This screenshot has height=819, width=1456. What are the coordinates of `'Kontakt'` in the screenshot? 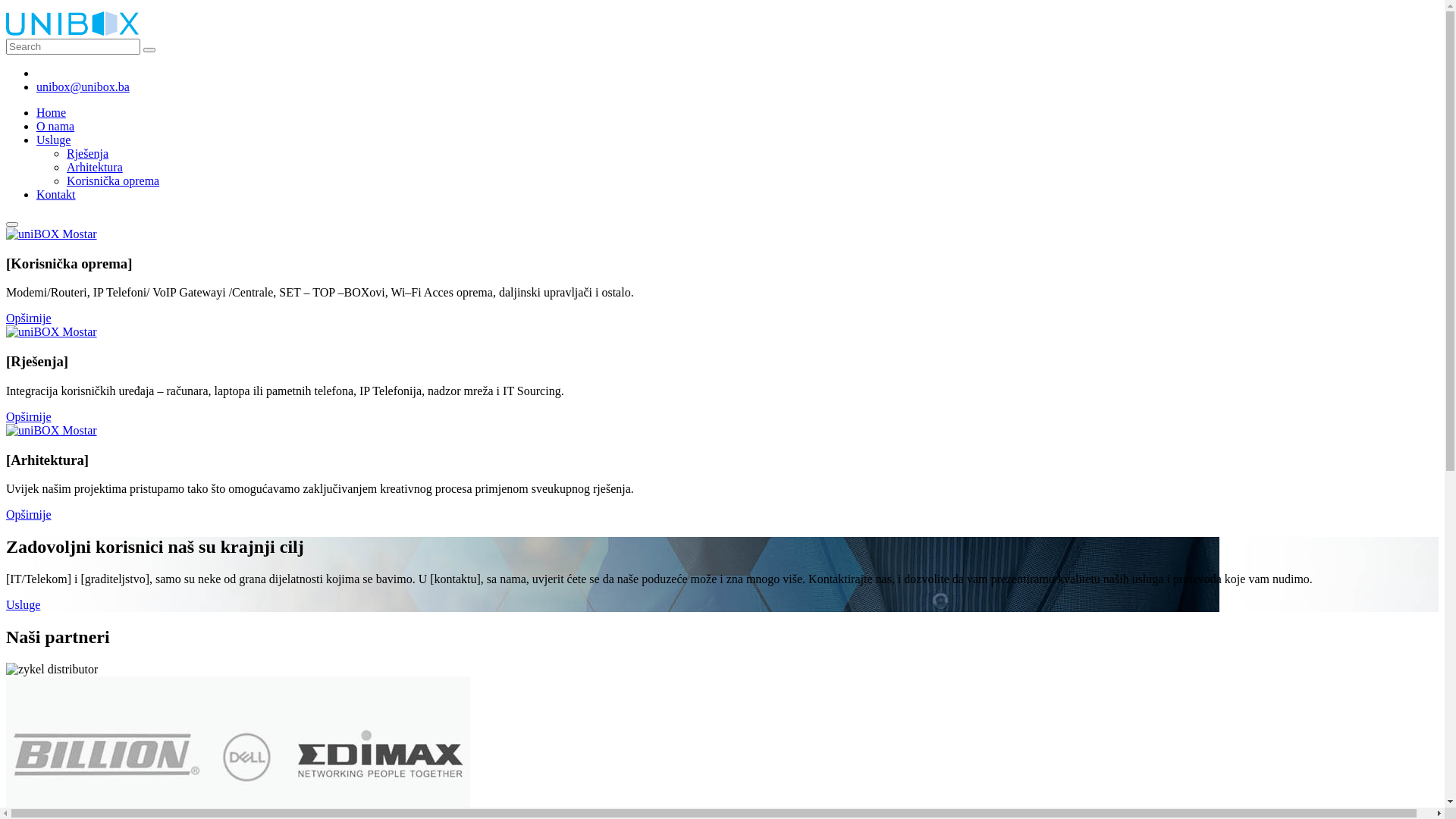 It's located at (55, 193).